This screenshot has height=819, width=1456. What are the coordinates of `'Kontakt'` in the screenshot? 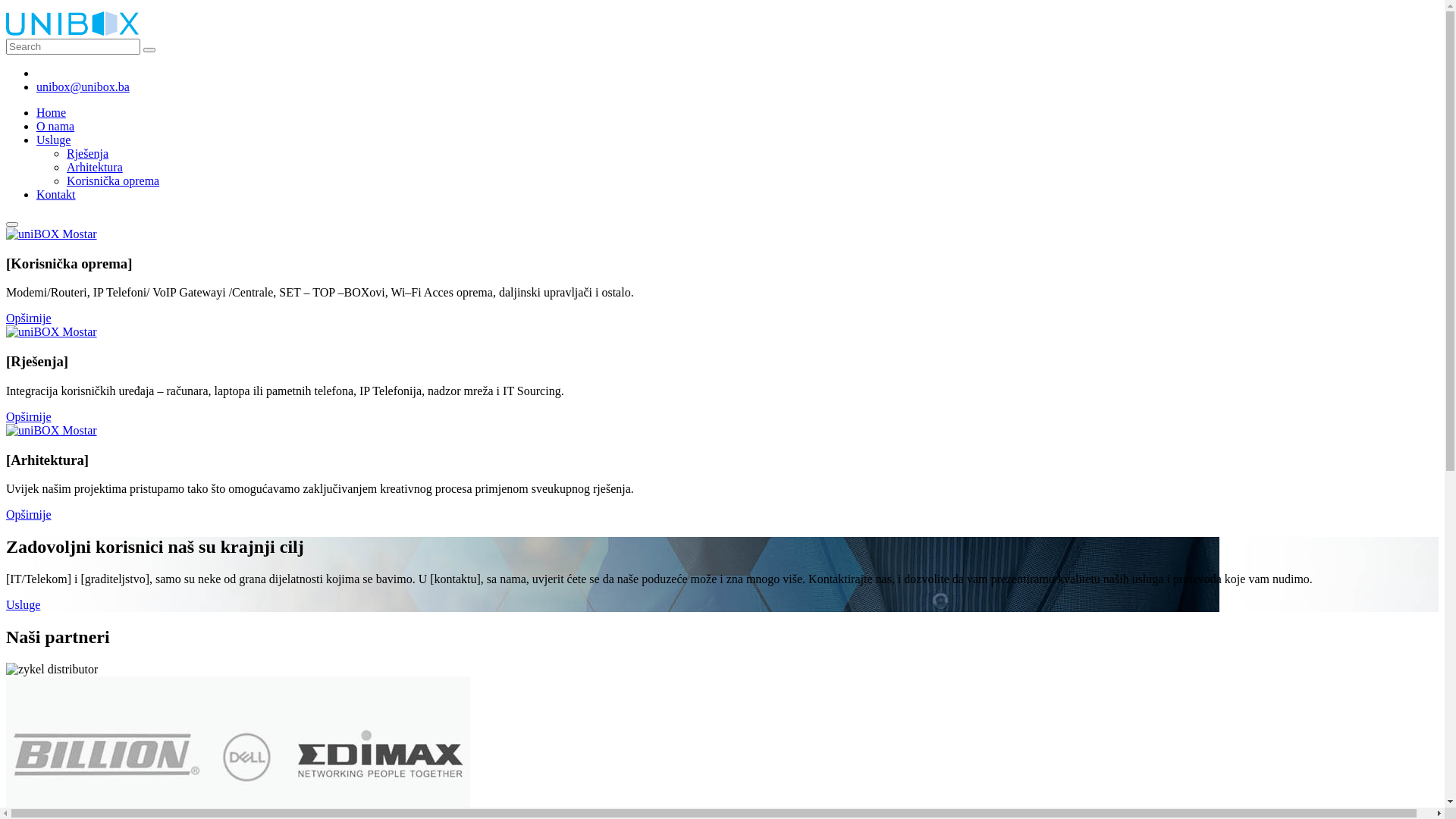 It's located at (55, 193).